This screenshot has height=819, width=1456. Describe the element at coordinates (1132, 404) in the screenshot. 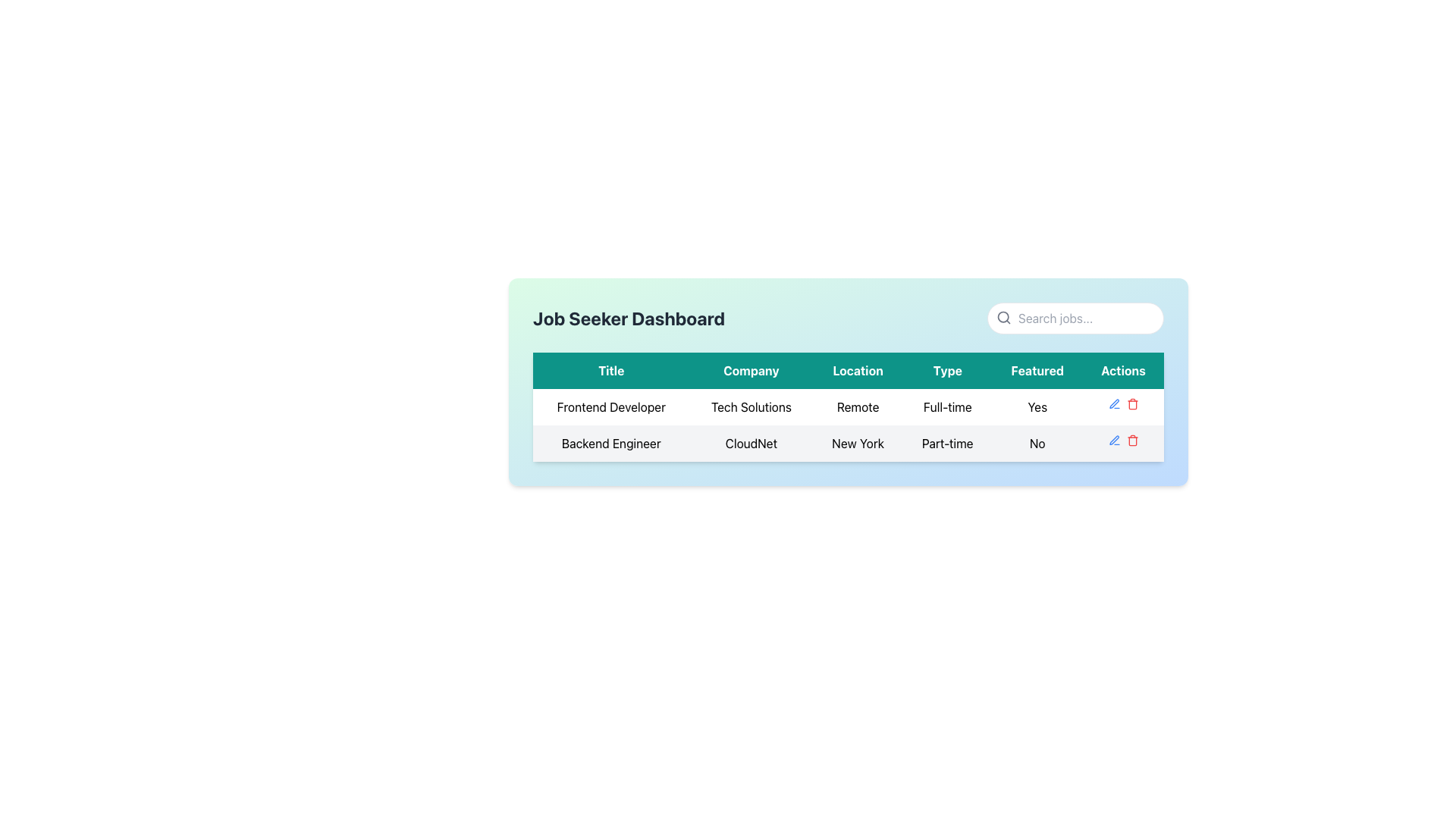

I see `the trash bin icon in the 'Actions' column associated with the 'Backend Engineer' job entry, located in the second row` at that location.